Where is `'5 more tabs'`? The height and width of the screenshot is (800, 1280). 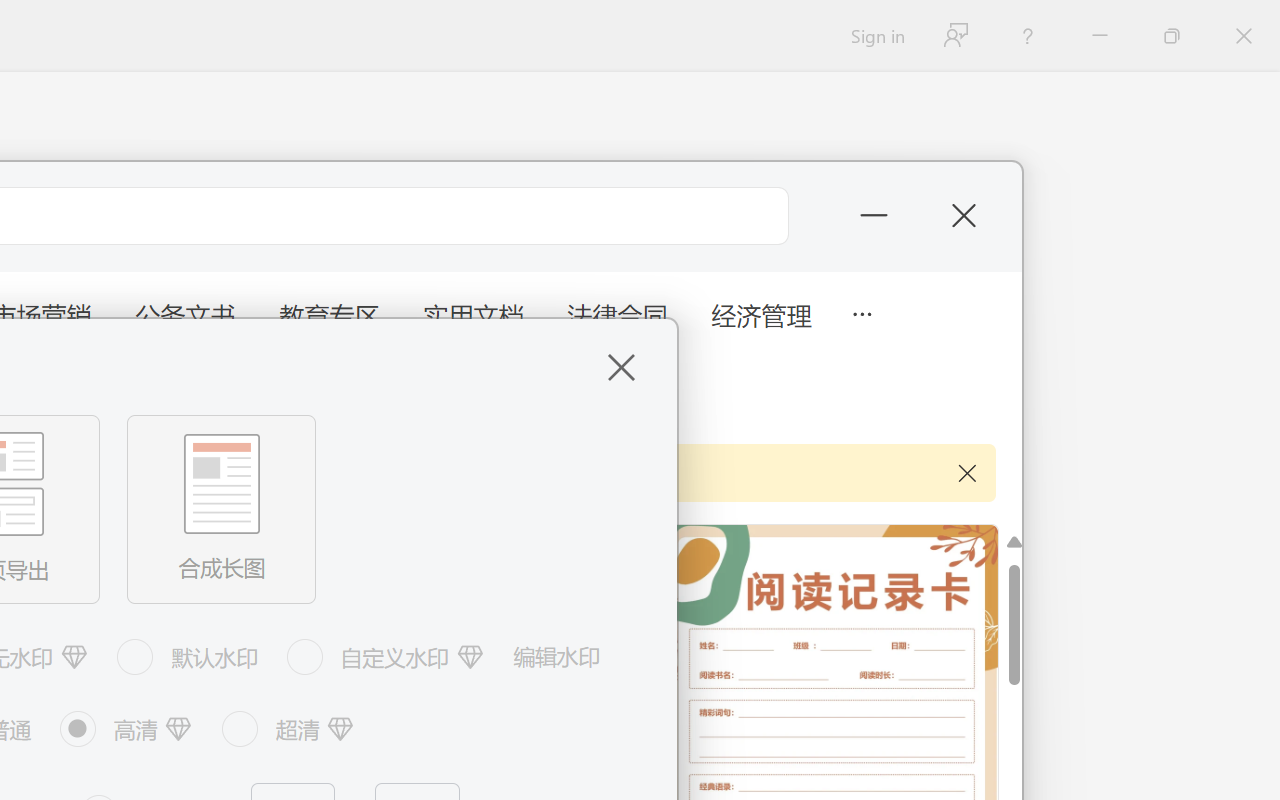 '5 more tabs' is located at coordinates (861, 311).